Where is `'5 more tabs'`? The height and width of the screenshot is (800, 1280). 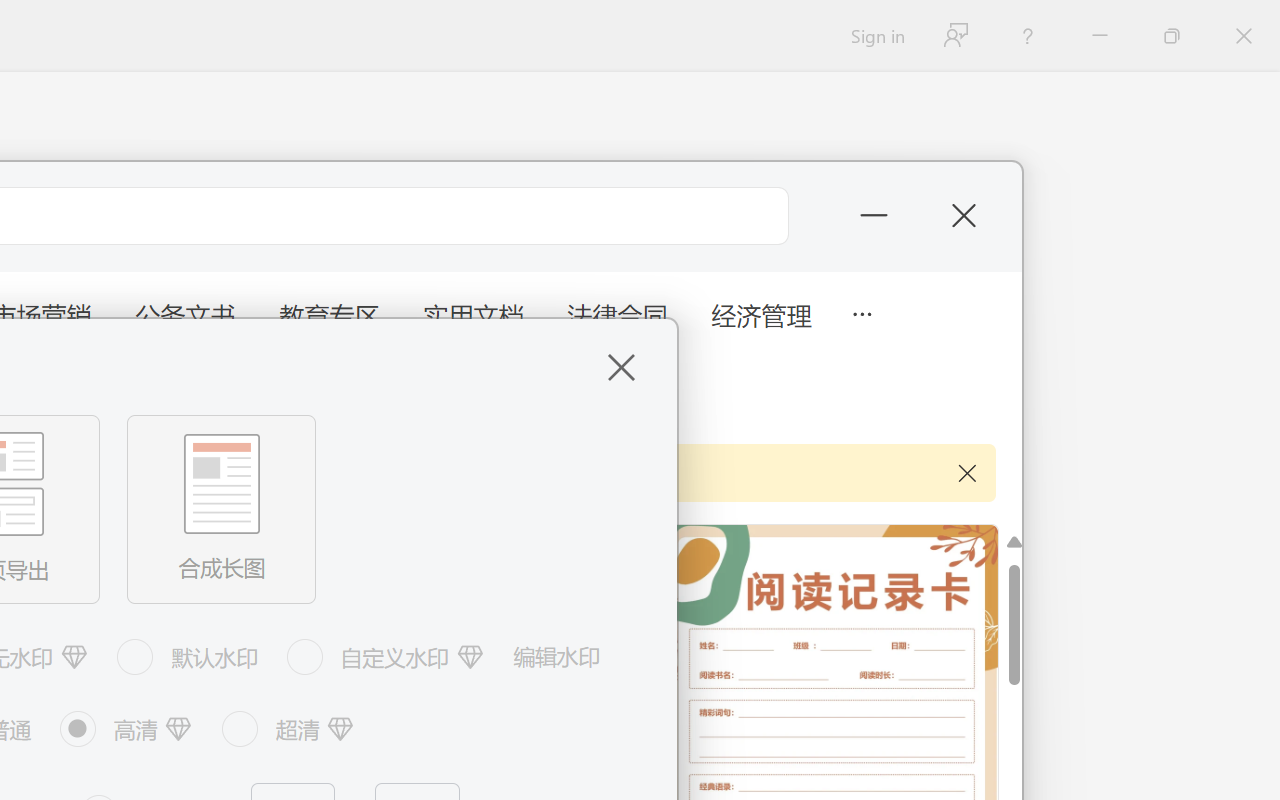 '5 more tabs' is located at coordinates (861, 311).